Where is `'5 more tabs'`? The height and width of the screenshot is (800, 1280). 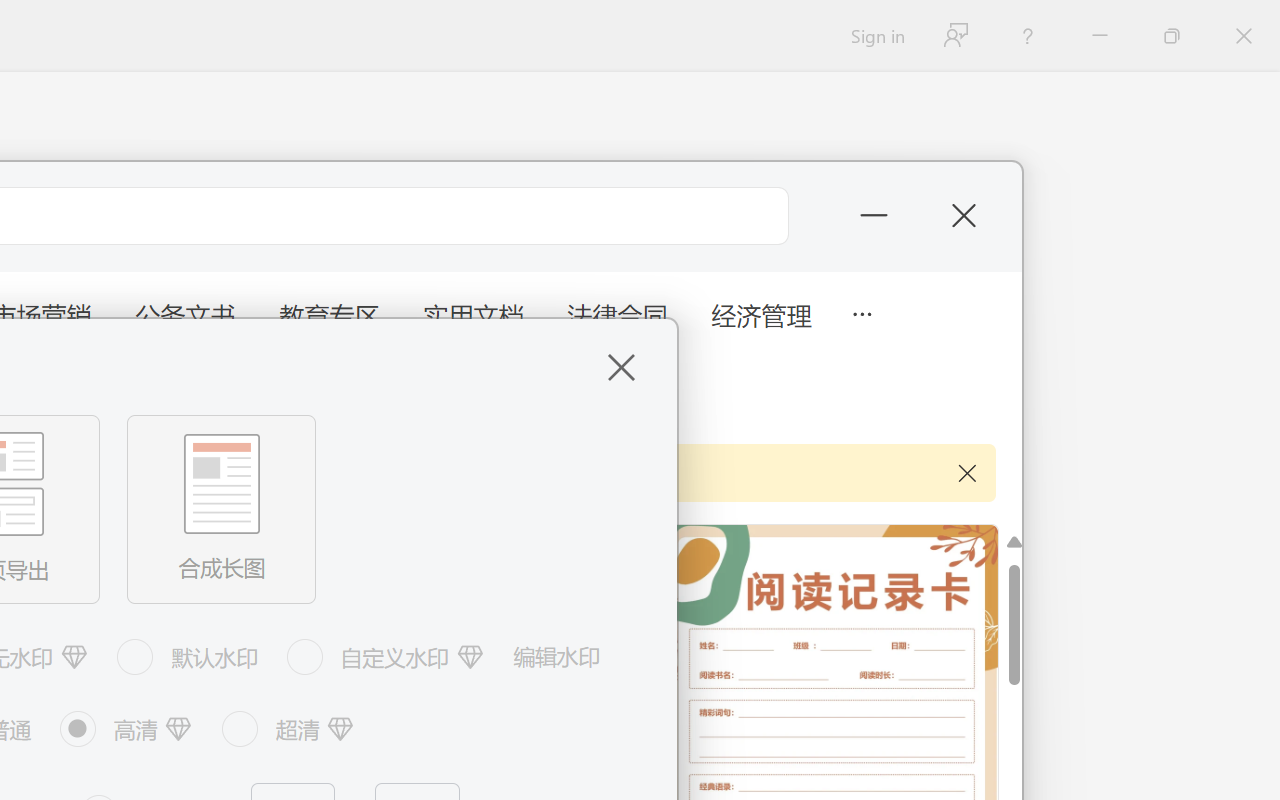 '5 more tabs' is located at coordinates (861, 311).